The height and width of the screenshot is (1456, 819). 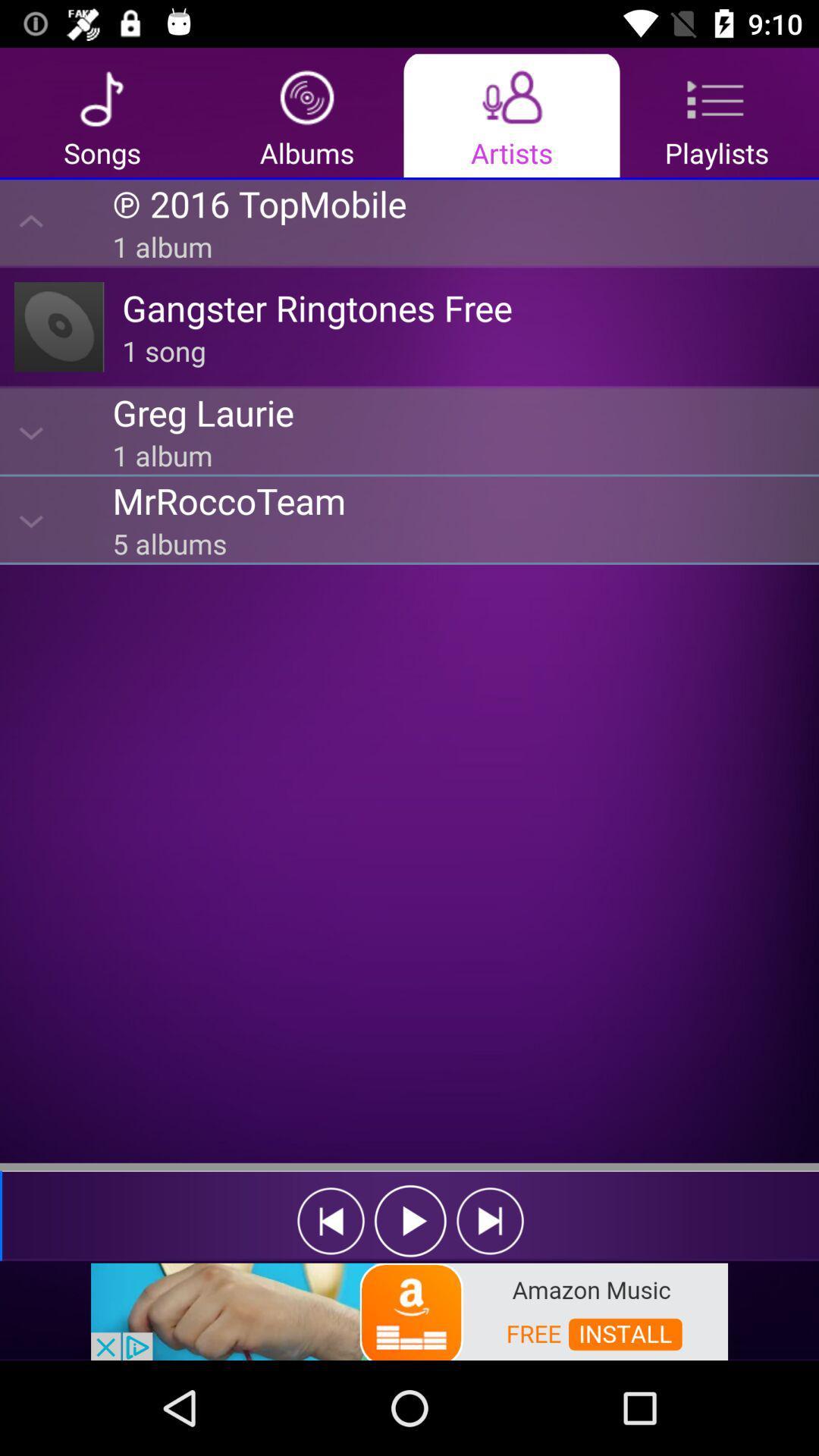 What do you see at coordinates (490, 1221) in the screenshot?
I see `sekect the forward icon beside the play icon` at bounding box center [490, 1221].